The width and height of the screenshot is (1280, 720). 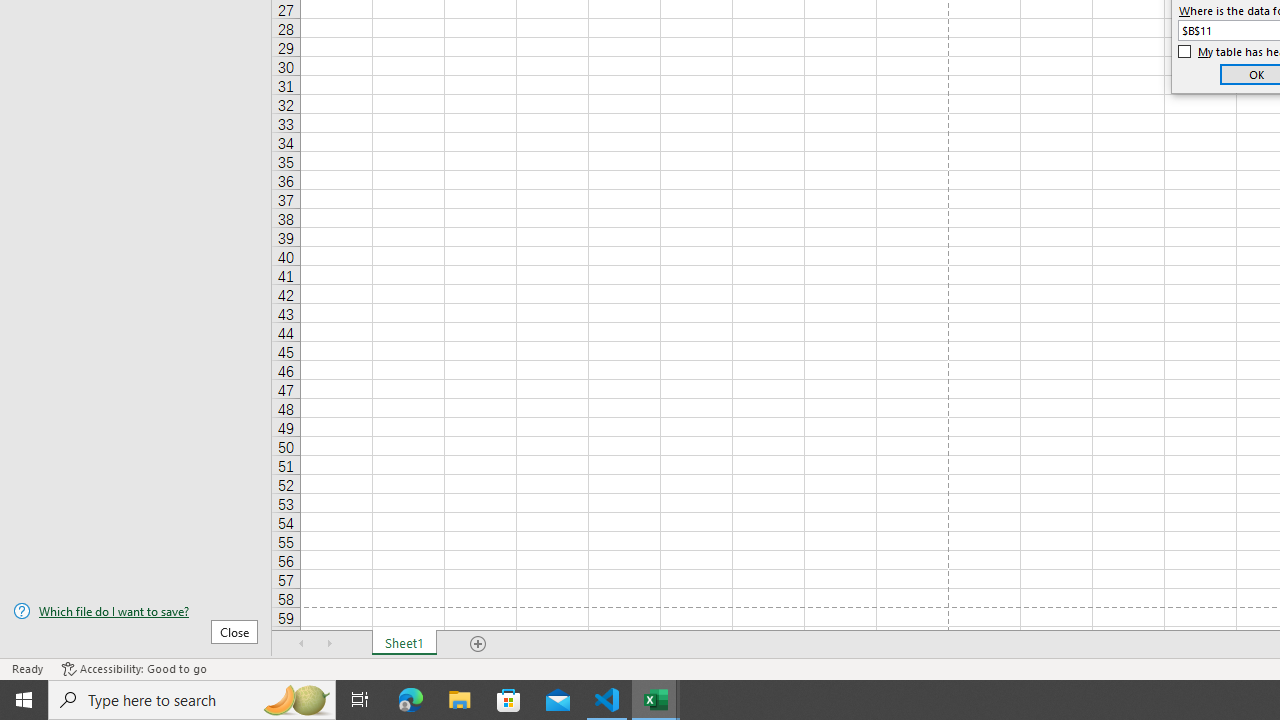 What do you see at coordinates (330, 644) in the screenshot?
I see `'Scroll Right'` at bounding box center [330, 644].